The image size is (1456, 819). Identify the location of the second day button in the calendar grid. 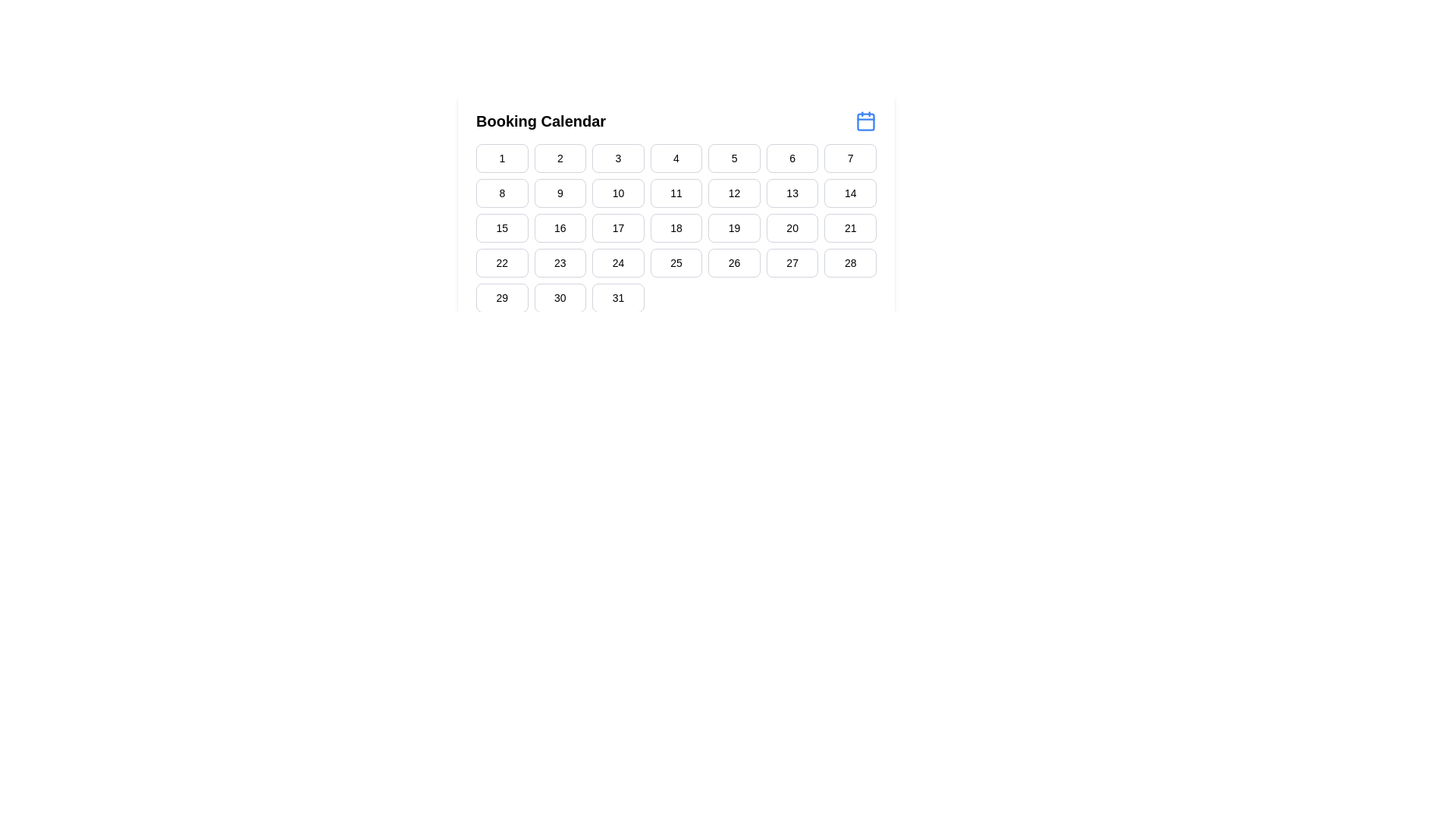
(559, 158).